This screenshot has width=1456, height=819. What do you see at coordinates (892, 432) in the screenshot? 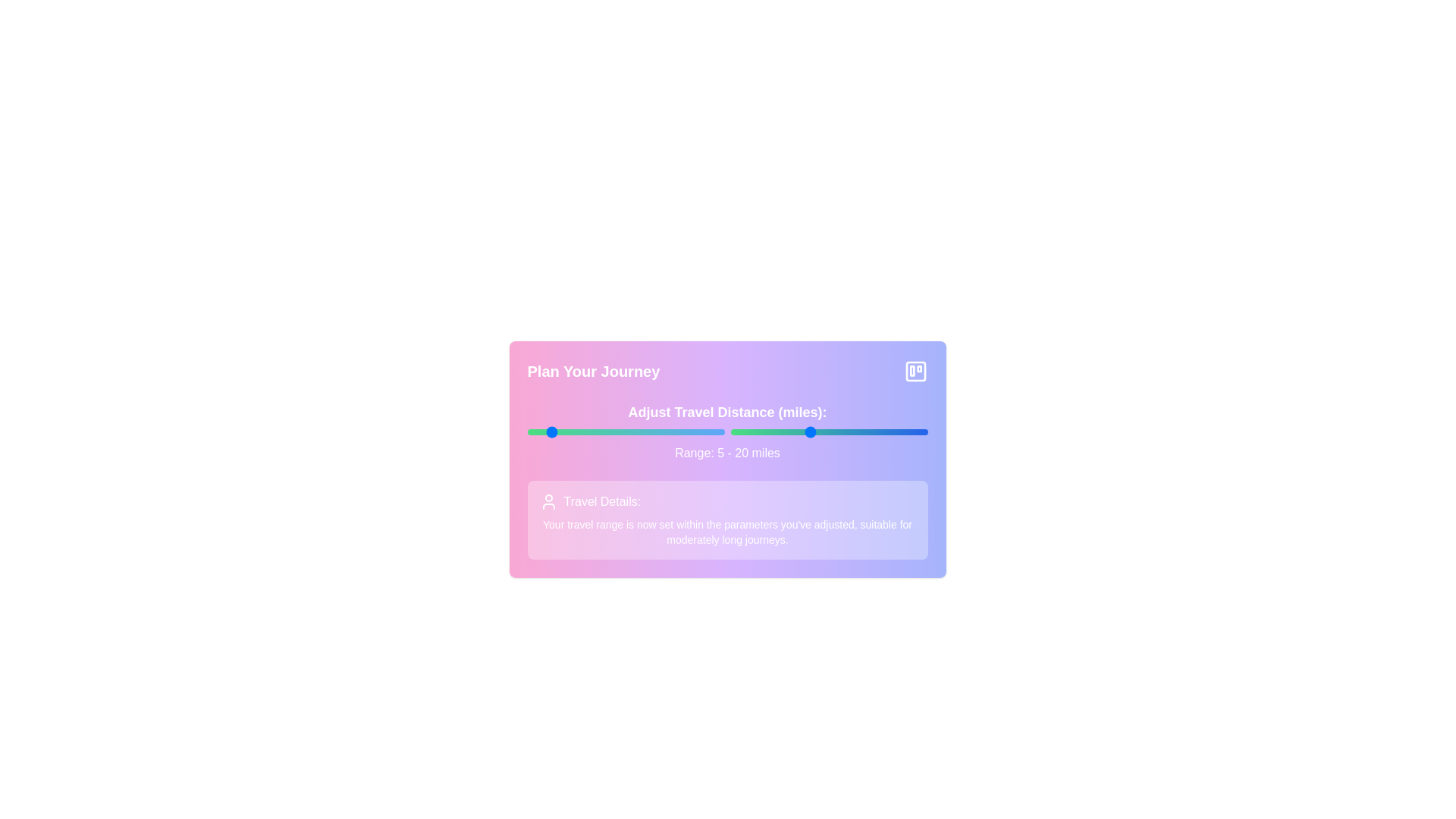
I see `the travel distance` at bounding box center [892, 432].